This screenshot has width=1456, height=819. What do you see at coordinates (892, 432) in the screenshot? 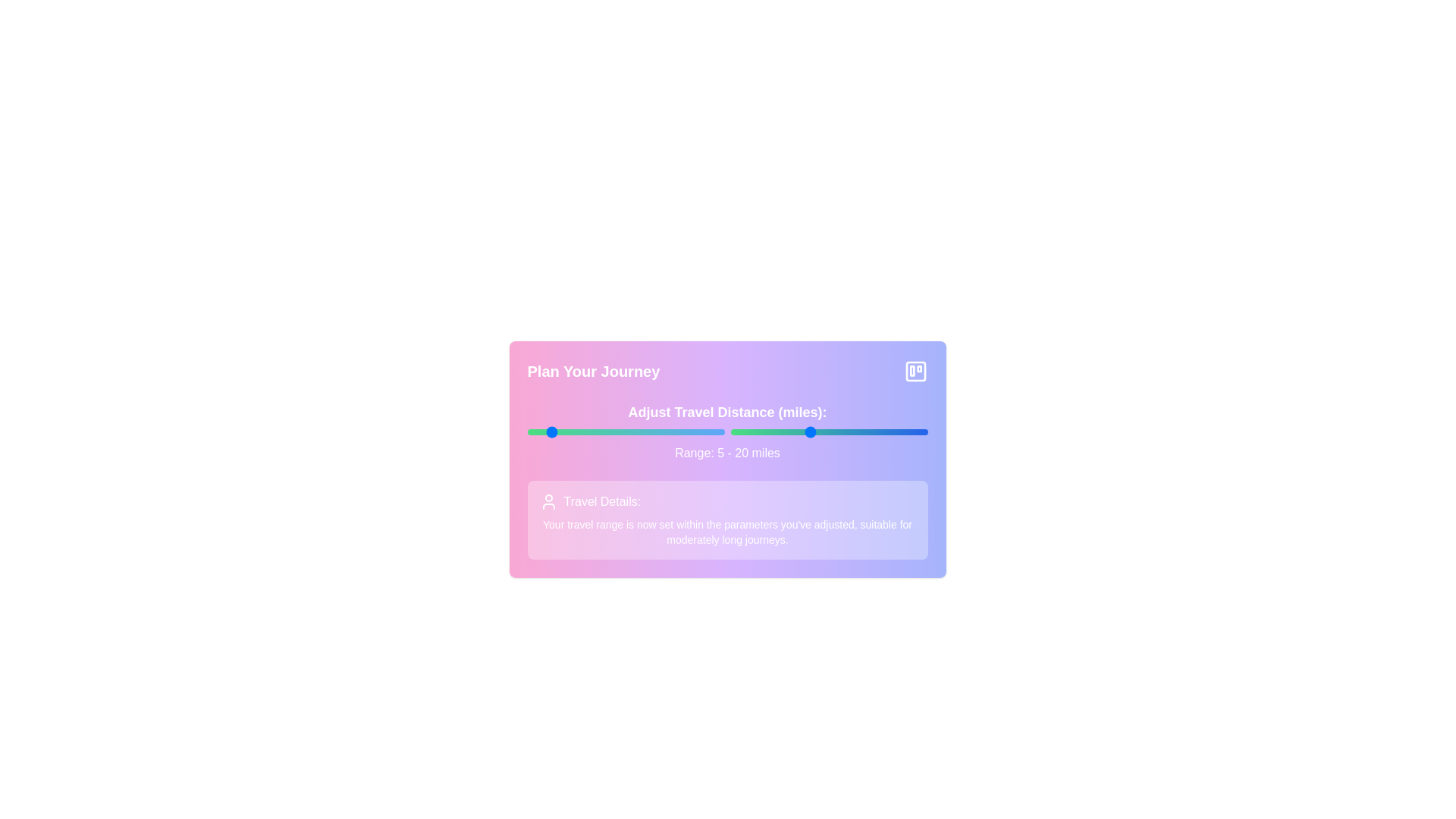
I see `the travel distance` at bounding box center [892, 432].